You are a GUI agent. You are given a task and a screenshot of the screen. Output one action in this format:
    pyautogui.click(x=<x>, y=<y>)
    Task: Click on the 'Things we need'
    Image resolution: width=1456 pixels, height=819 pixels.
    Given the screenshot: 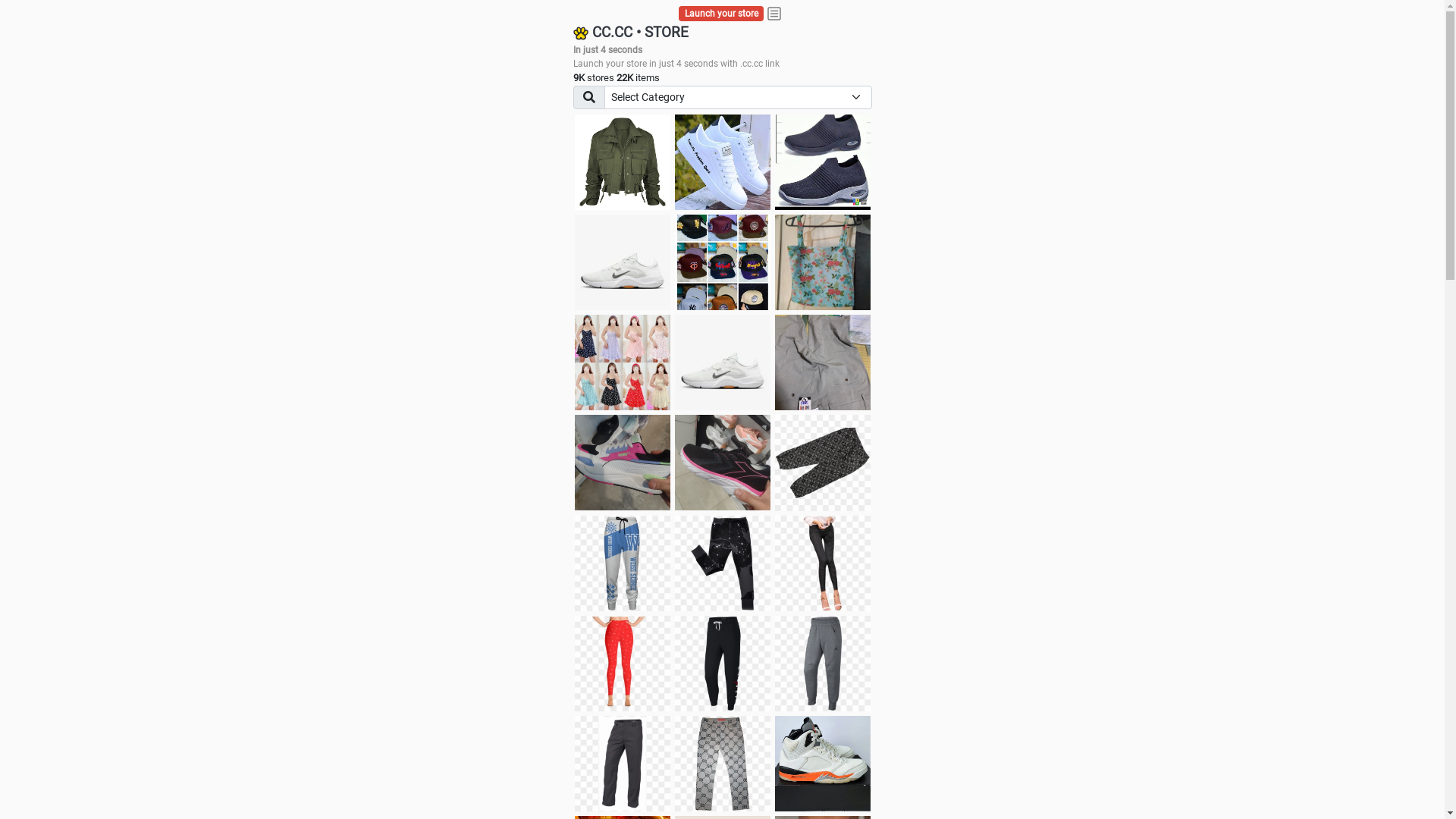 What is the action you would take?
    pyautogui.click(x=722, y=262)
    